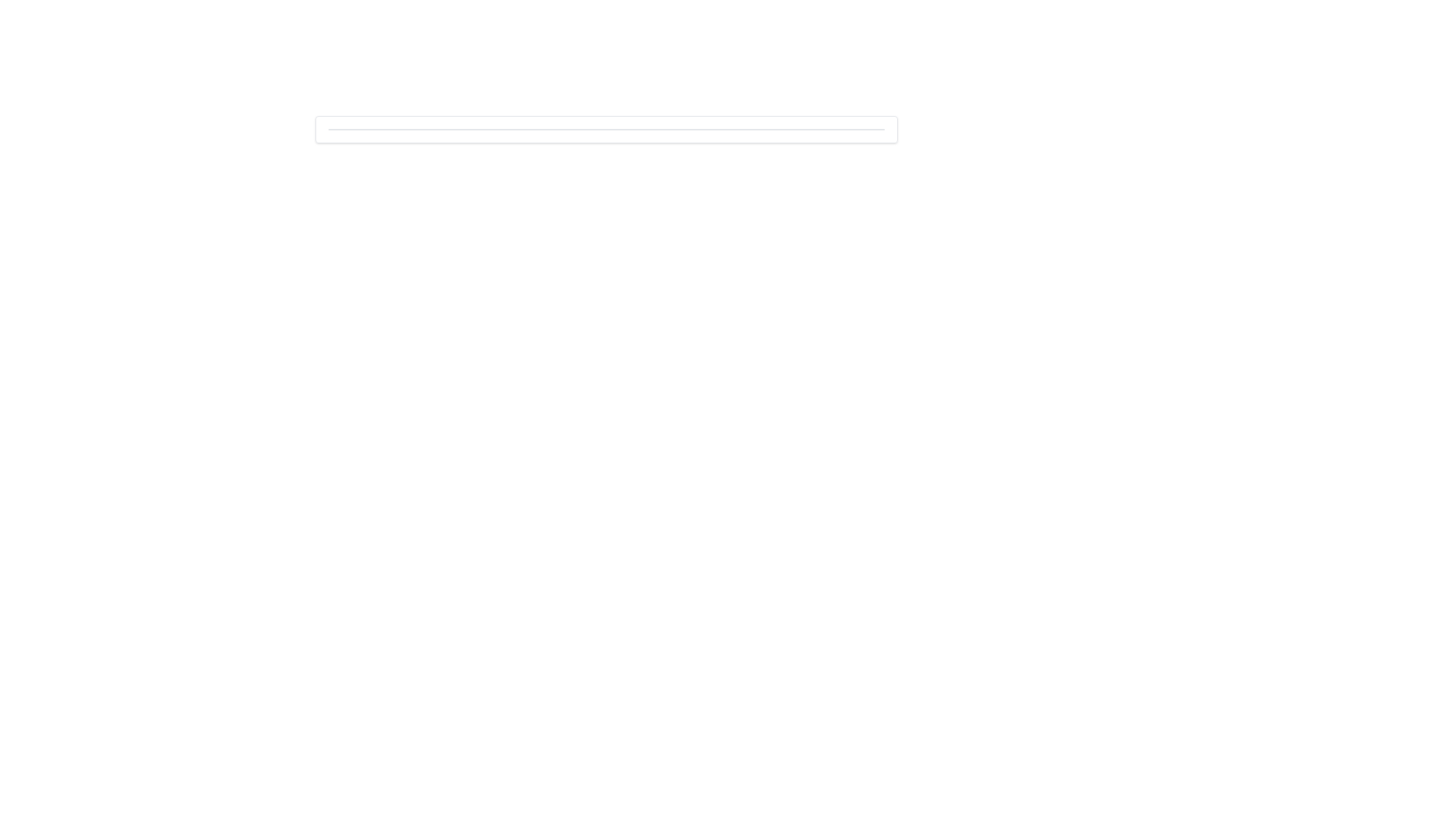 The width and height of the screenshot is (1456, 819). I want to click on the 'Hide Info' button, a small rectangular button with rounded corners, so click(846, 112).